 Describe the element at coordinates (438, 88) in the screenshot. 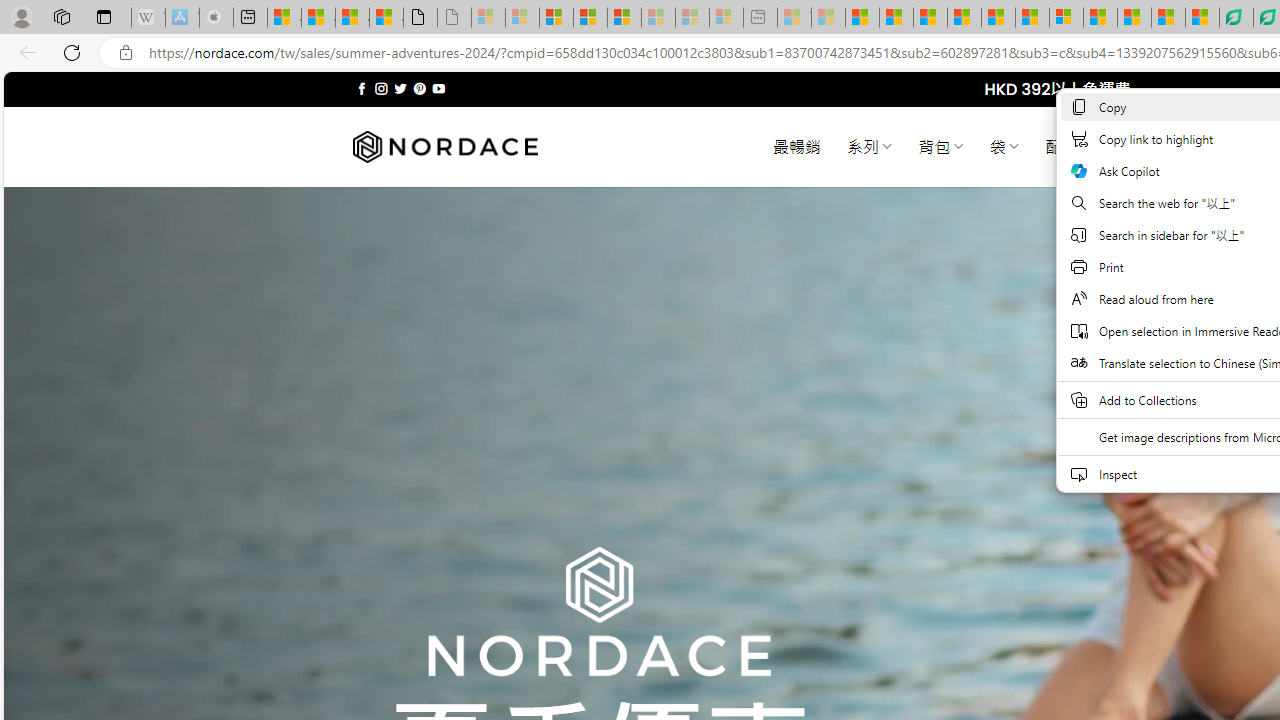

I see `'Follow on YouTube'` at that location.